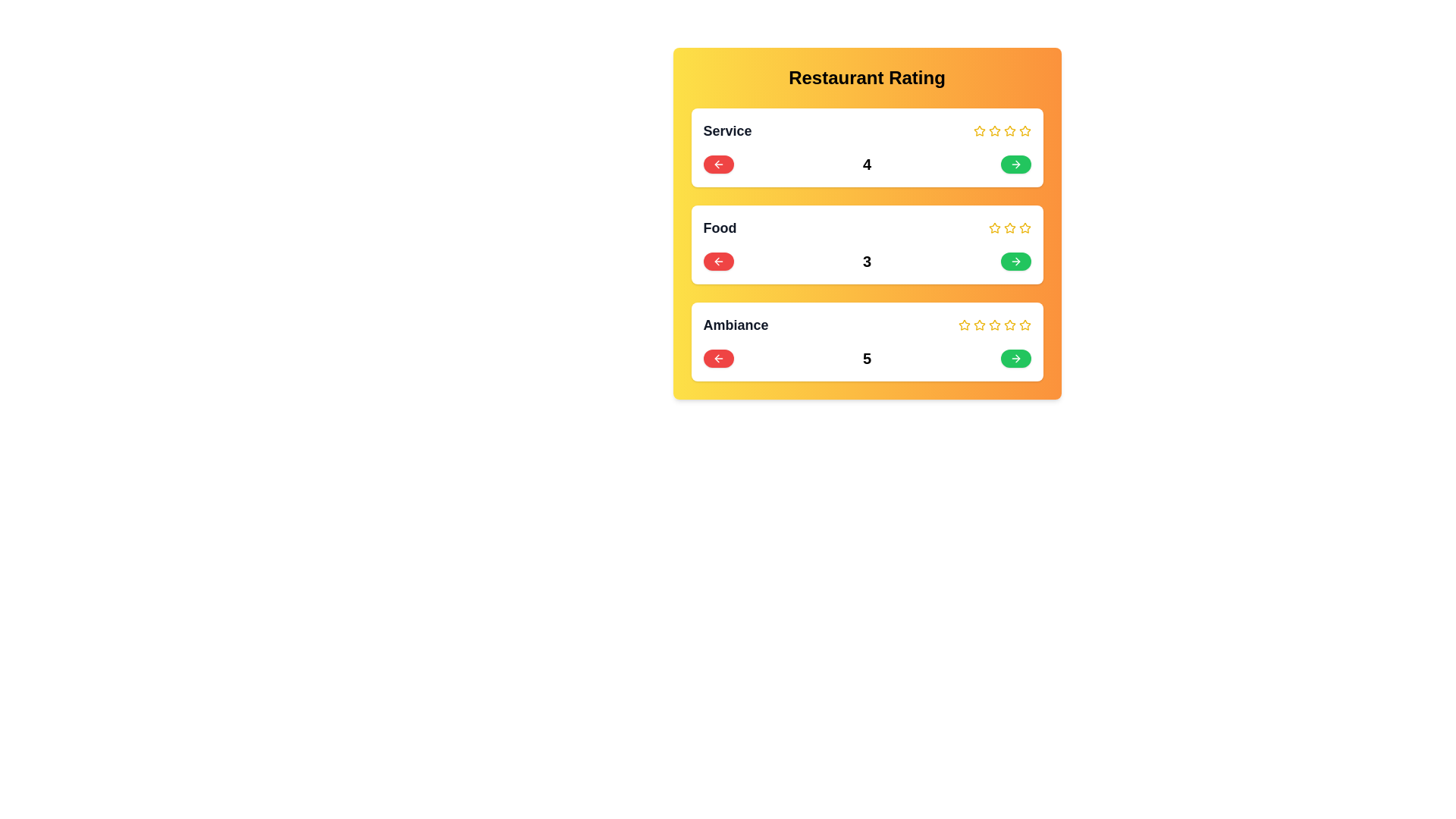 The height and width of the screenshot is (819, 1456). I want to click on the numeral '4' in the 'Service' row of the rating section, which is styled in a bold font and positioned between a left-pointing red circular button and a right-pointing green circular button, so click(867, 164).